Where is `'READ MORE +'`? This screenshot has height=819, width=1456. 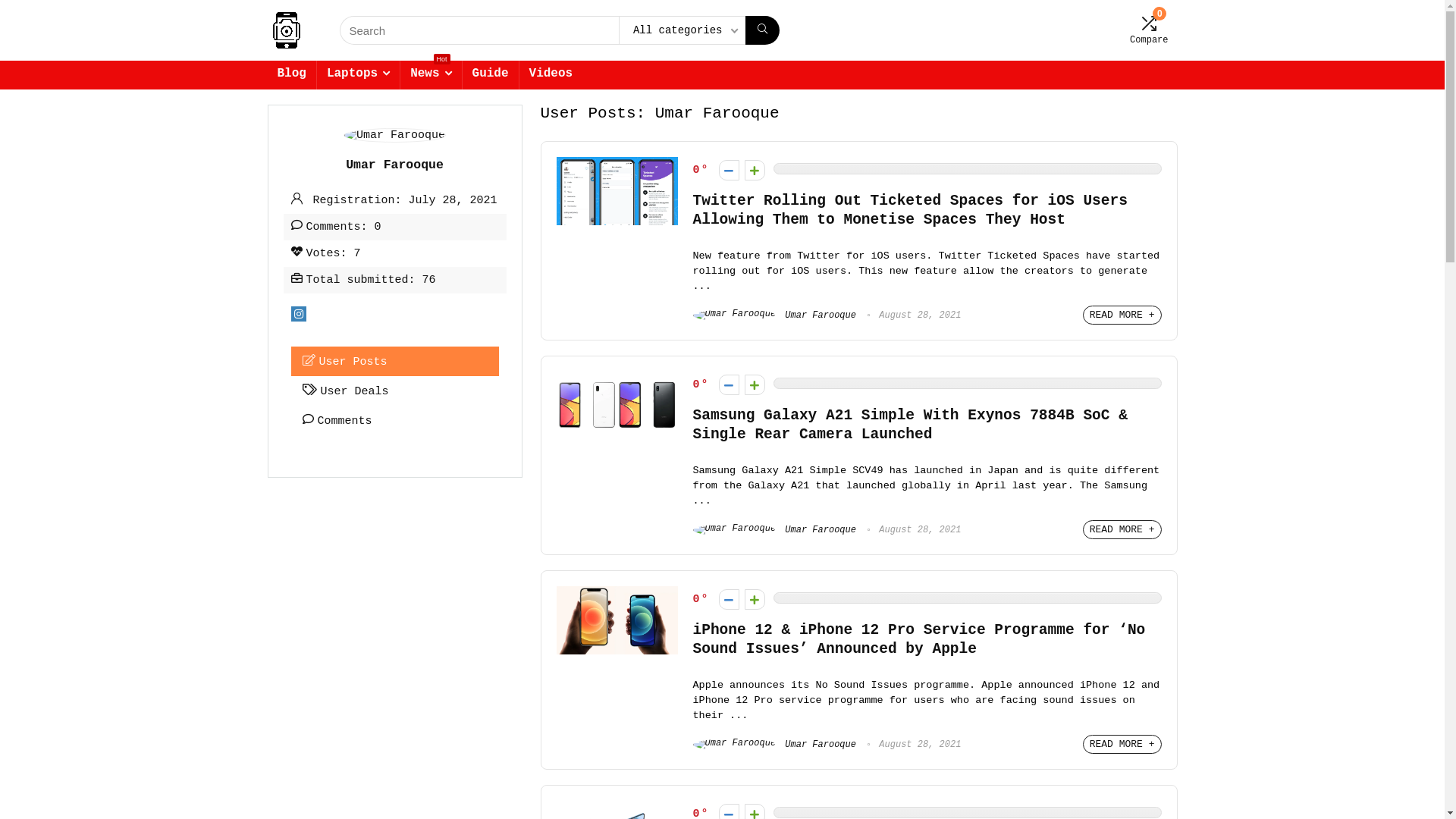 'READ MORE +' is located at coordinates (1122, 314).